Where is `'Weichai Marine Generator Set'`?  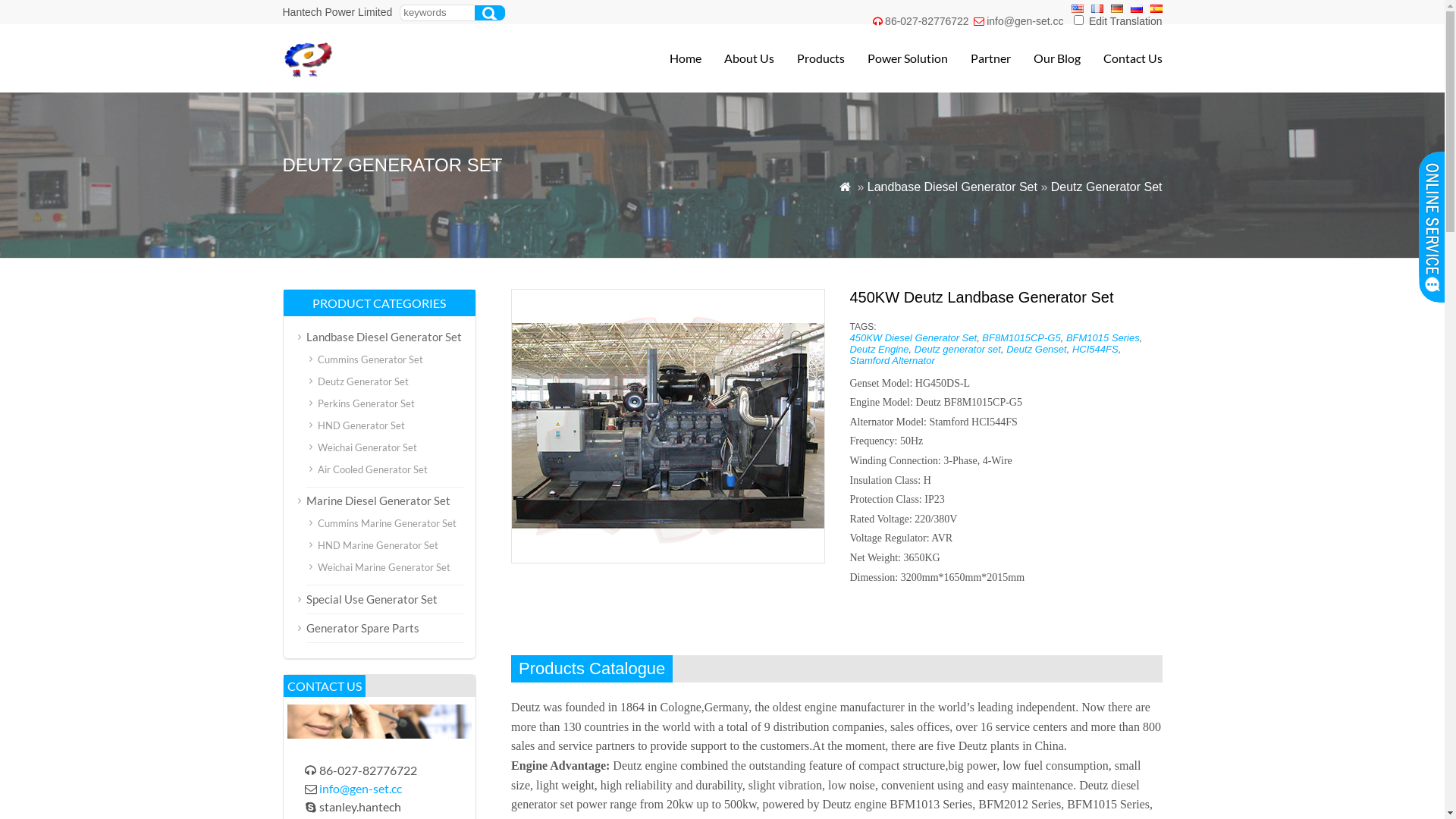
'Weichai Marine Generator Set' is located at coordinates (383, 567).